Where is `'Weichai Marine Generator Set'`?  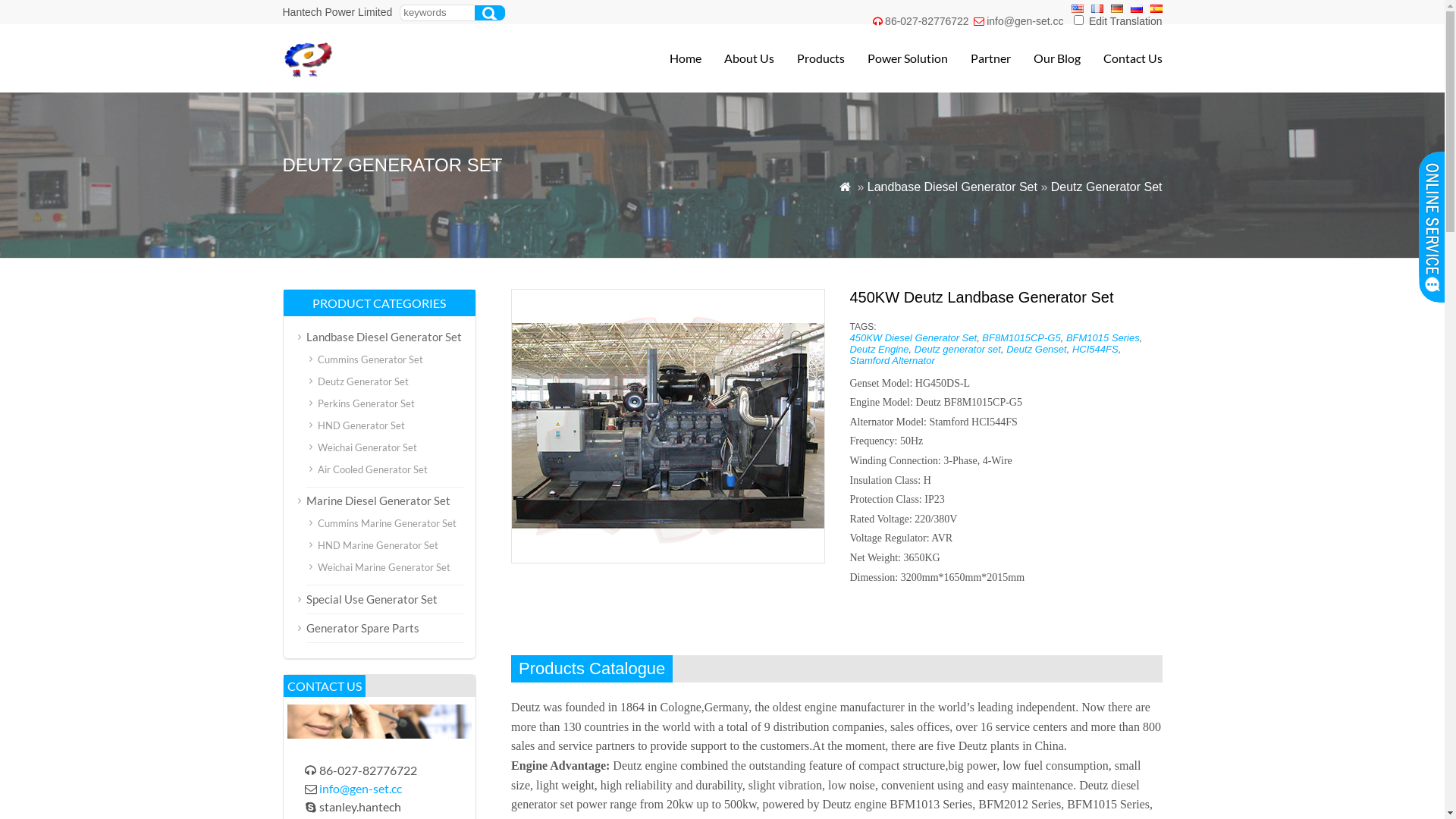
'Weichai Marine Generator Set' is located at coordinates (383, 567).